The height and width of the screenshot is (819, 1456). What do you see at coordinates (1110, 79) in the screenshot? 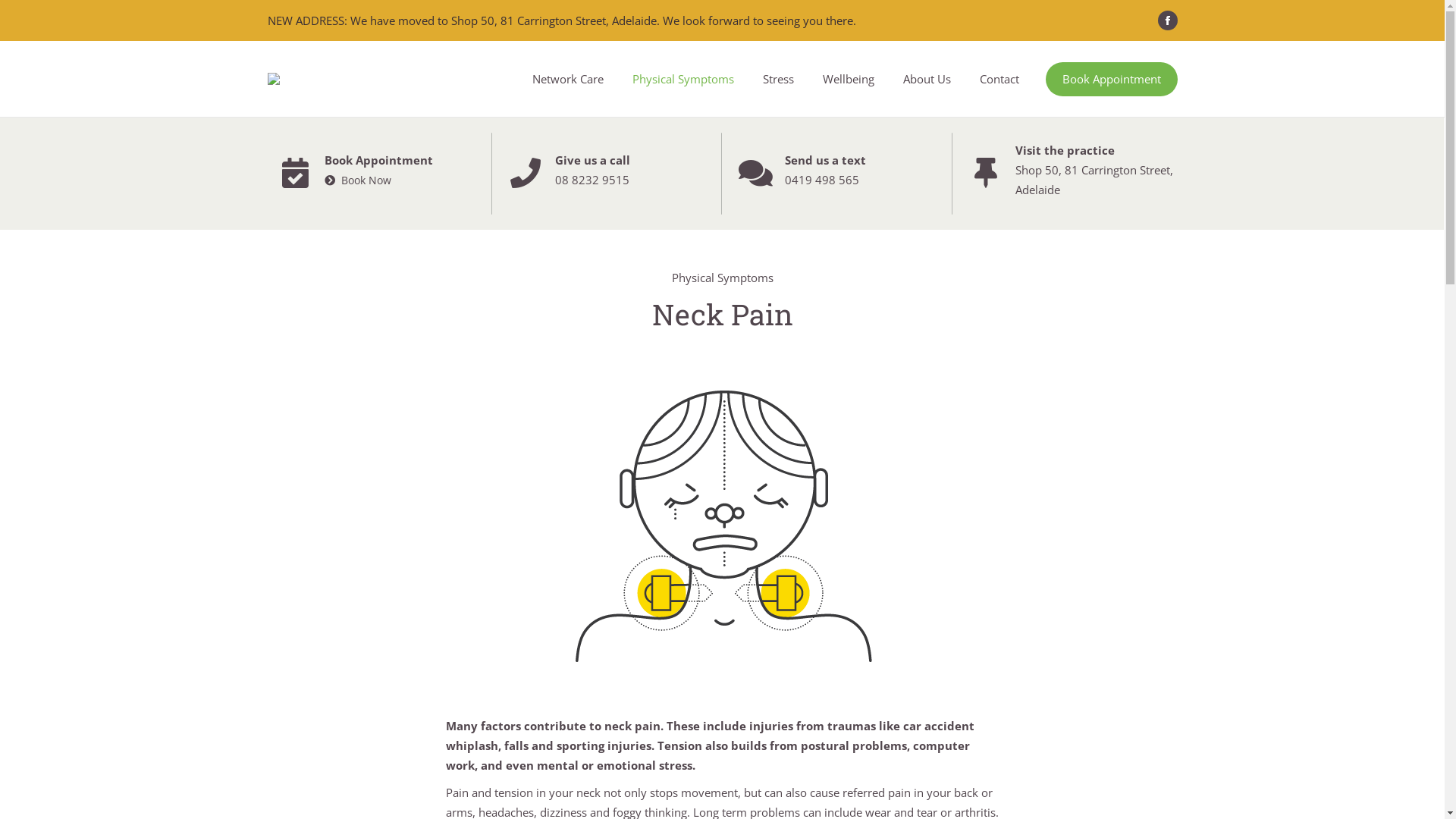
I see `'Book Appointment'` at bounding box center [1110, 79].